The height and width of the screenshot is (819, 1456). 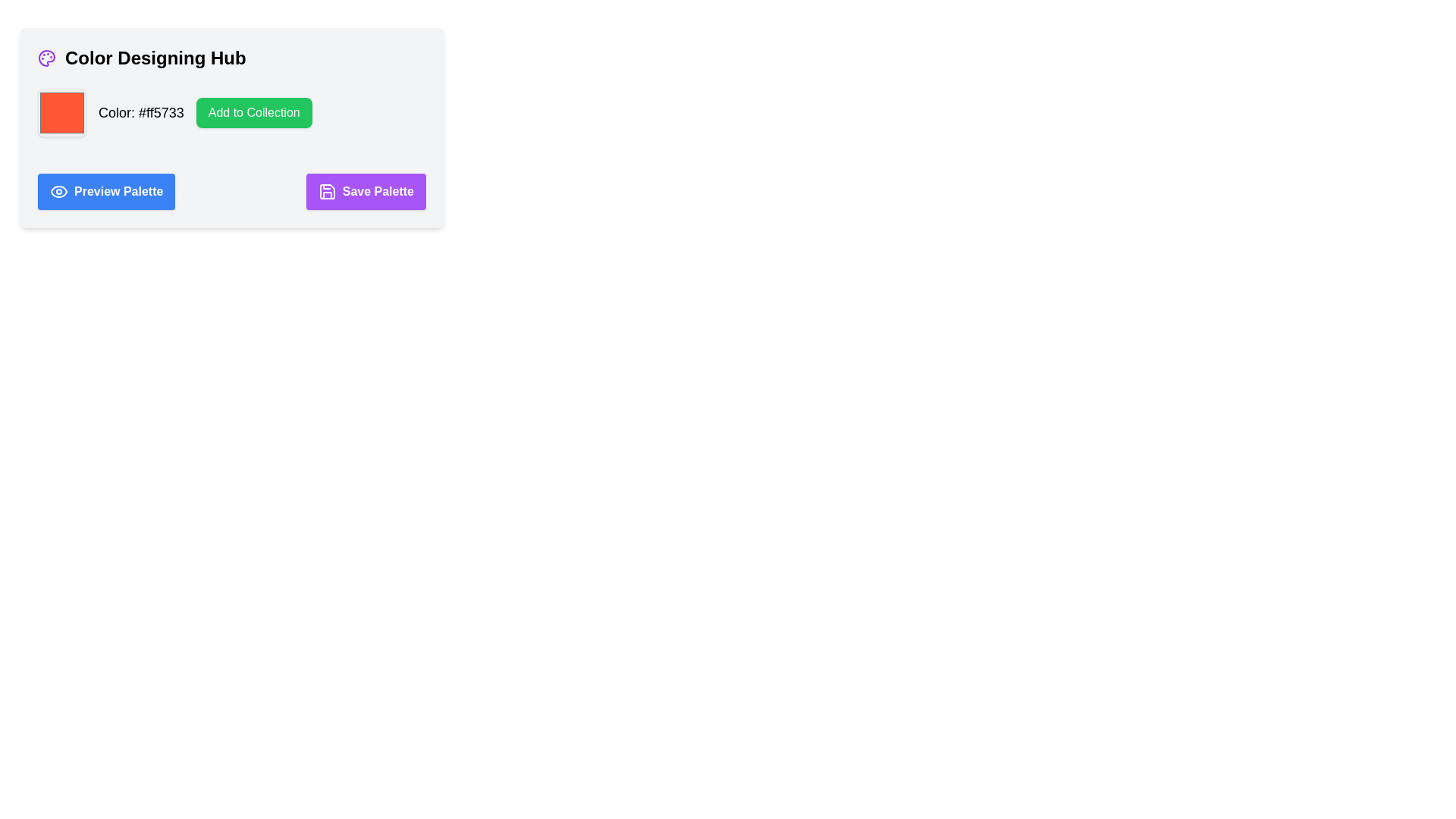 I want to click on the 'Save Palette' button, which is a purple rectangular button with a white bold text label and a save icon, located in the bottom-right corner of the 'Color Designing Hub', so click(x=366, y=191).